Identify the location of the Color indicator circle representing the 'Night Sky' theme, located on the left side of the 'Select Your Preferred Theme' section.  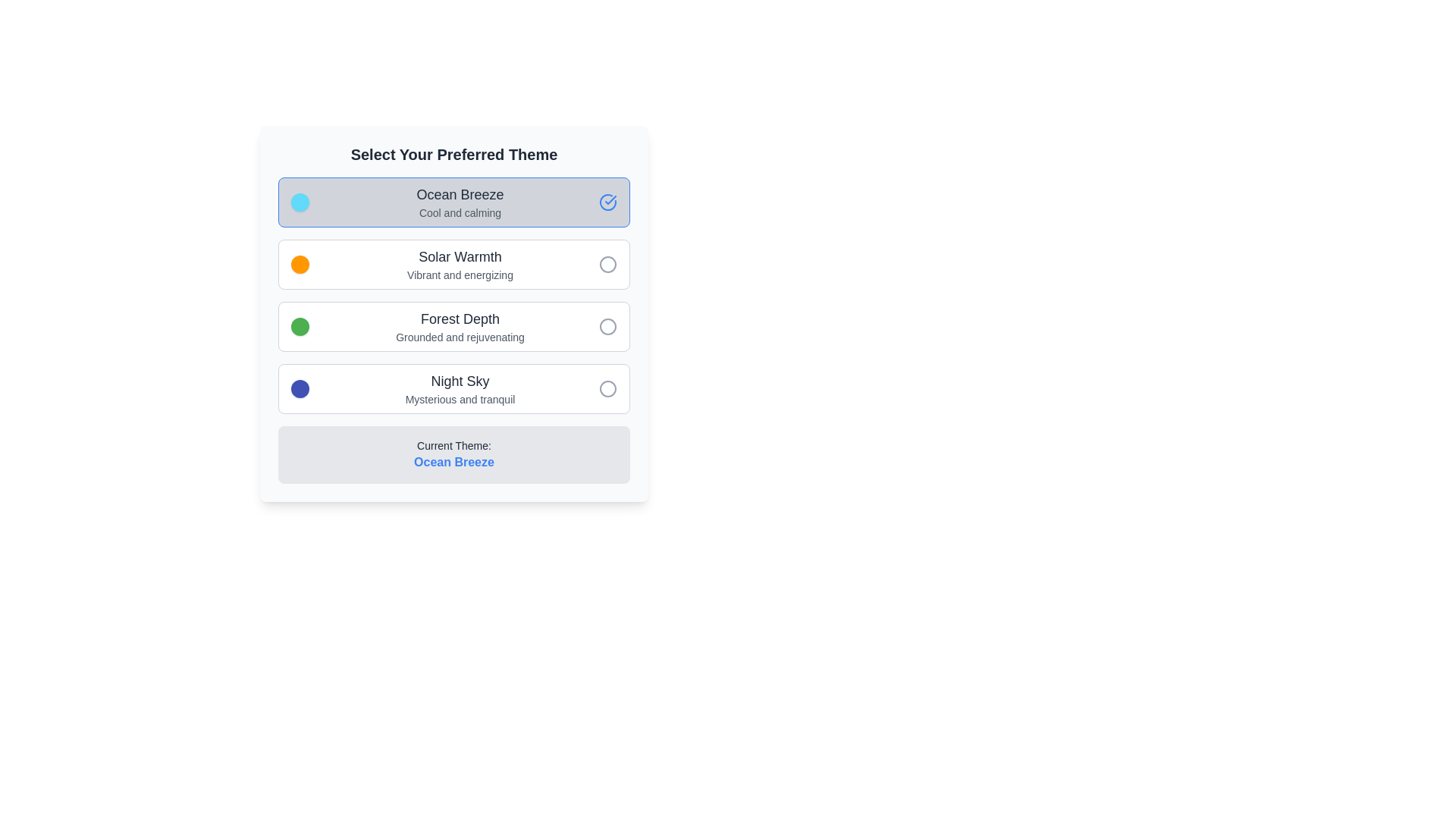
(300, 388).